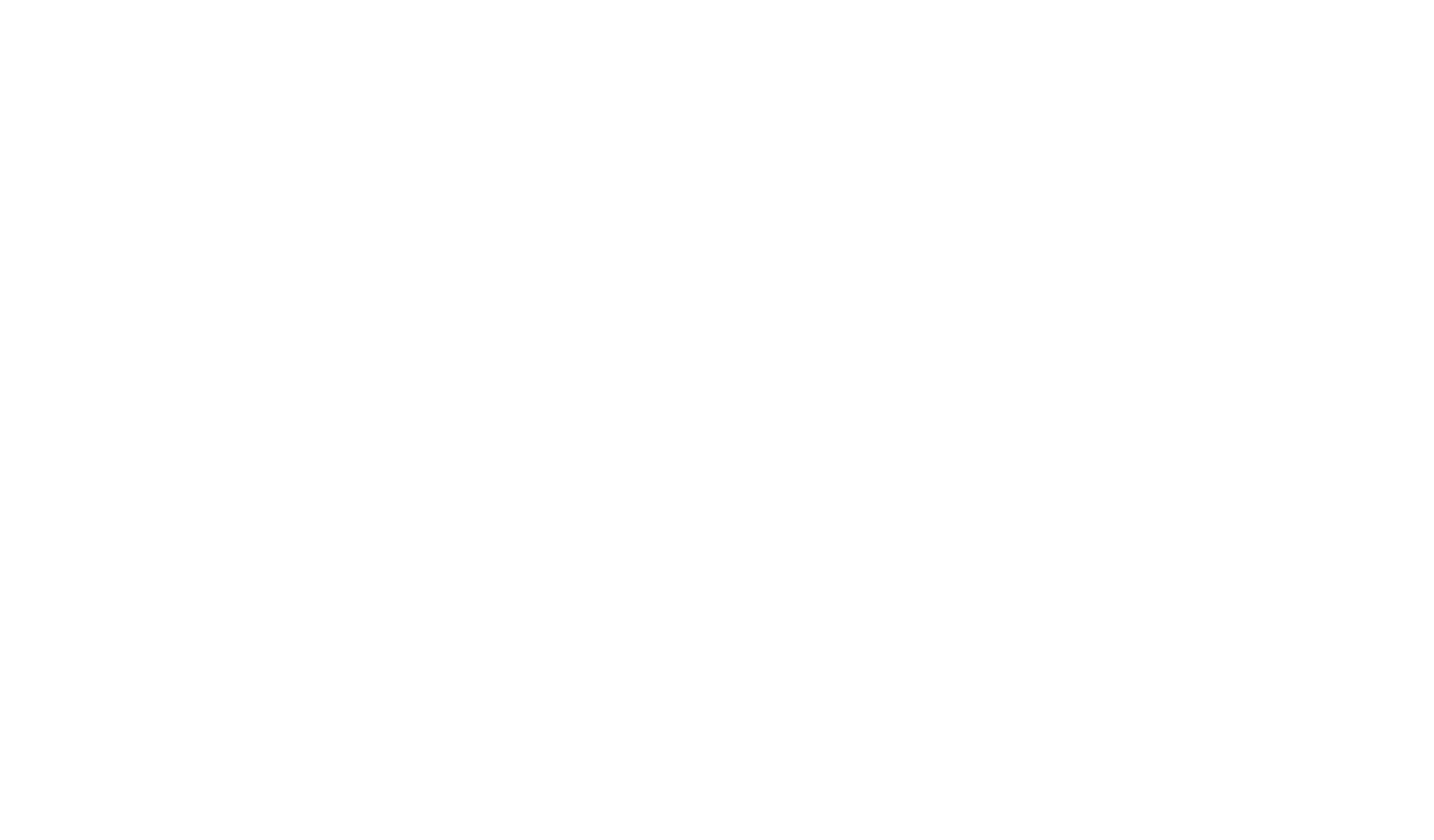 Image resolution: width=1434 pixels, height=840 pixels. I want to click on 'DE', so click(358, 31).